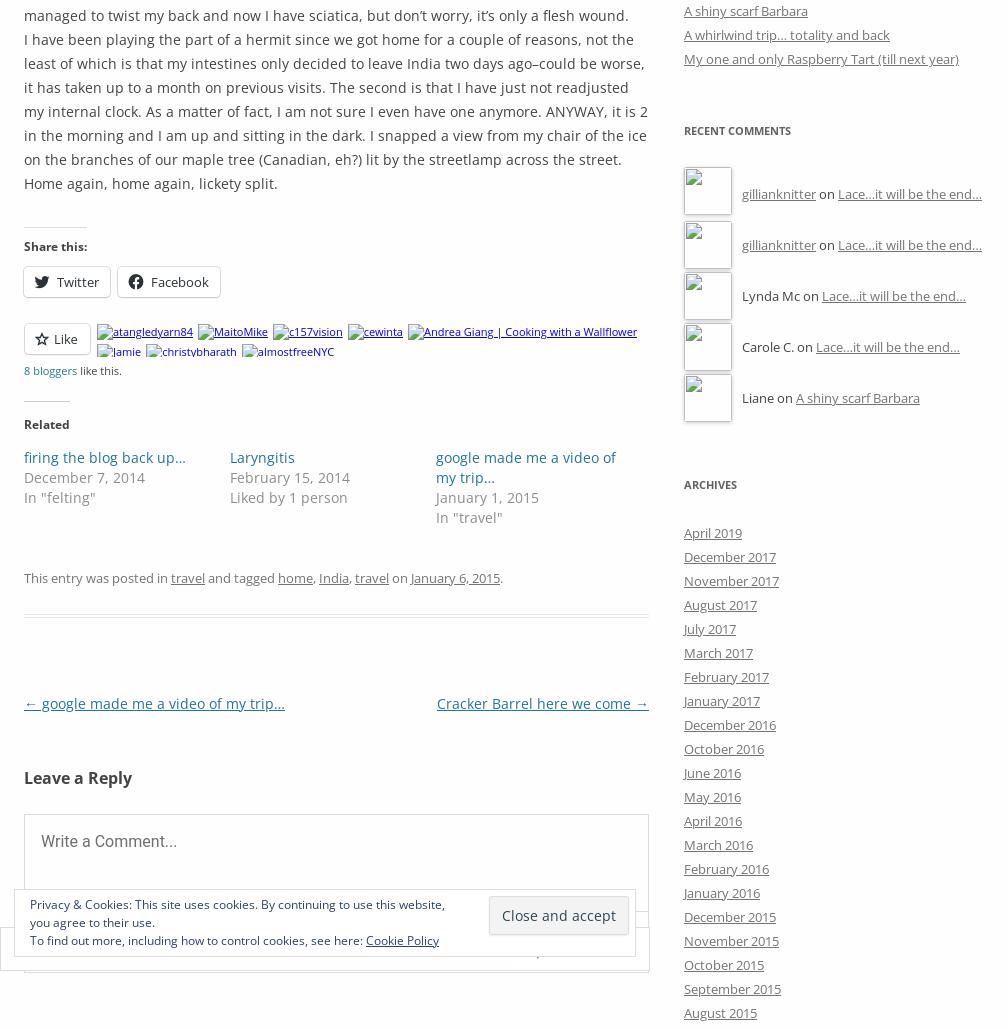 This screenshot has height=1029, width=1008. I want to click on 'Reply', so click(594, 941).